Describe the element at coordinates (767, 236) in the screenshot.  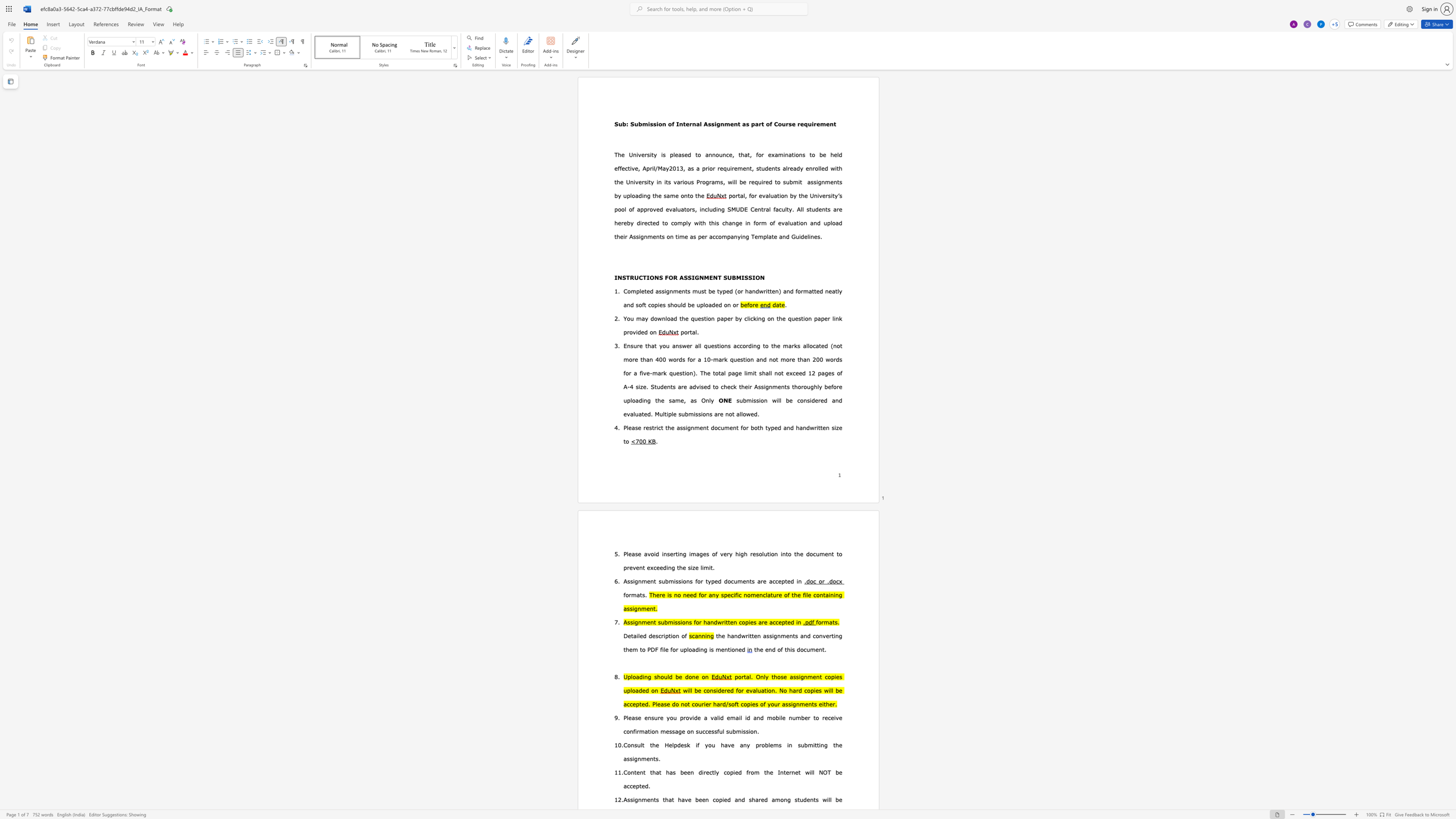
I see `the 1th character "l" in the text` at that location.